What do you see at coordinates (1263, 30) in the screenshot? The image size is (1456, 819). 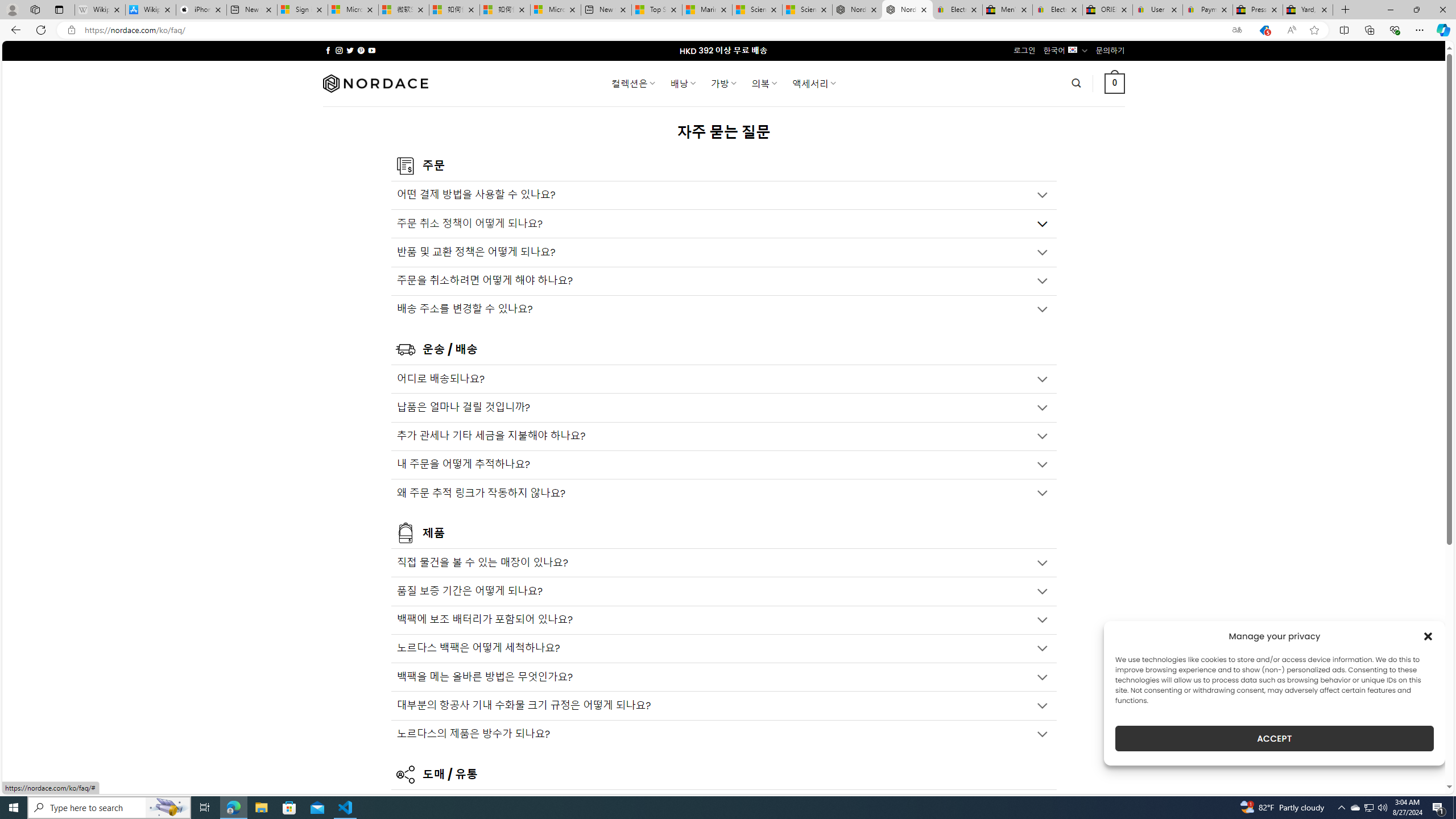 I see `'This site has coupons! Shopping in Microsoft Edge, 5'` at bounding box center [1263, 30].